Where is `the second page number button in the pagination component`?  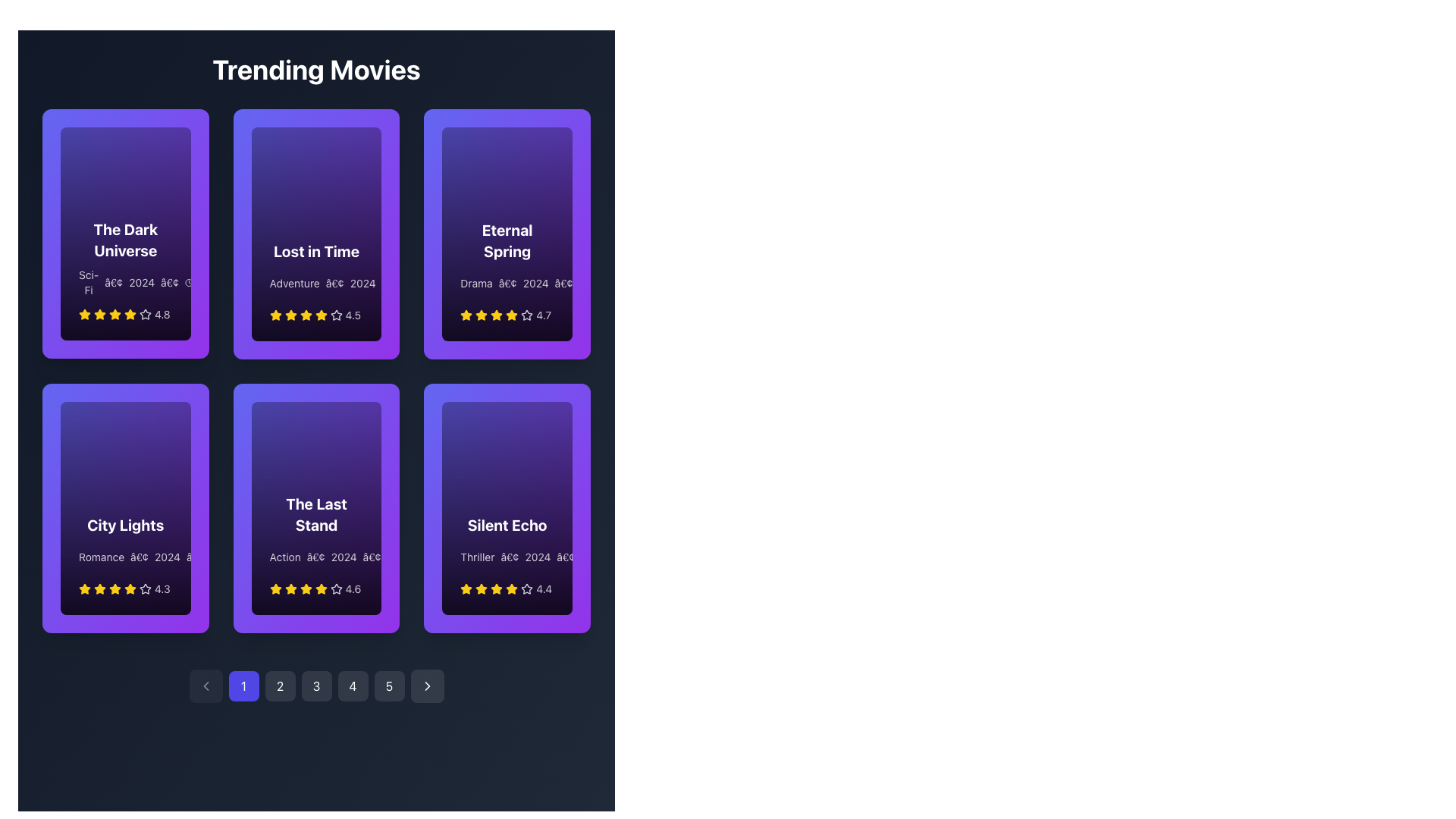 the second page number button in the pagination component is located at coordinates (280, 686).